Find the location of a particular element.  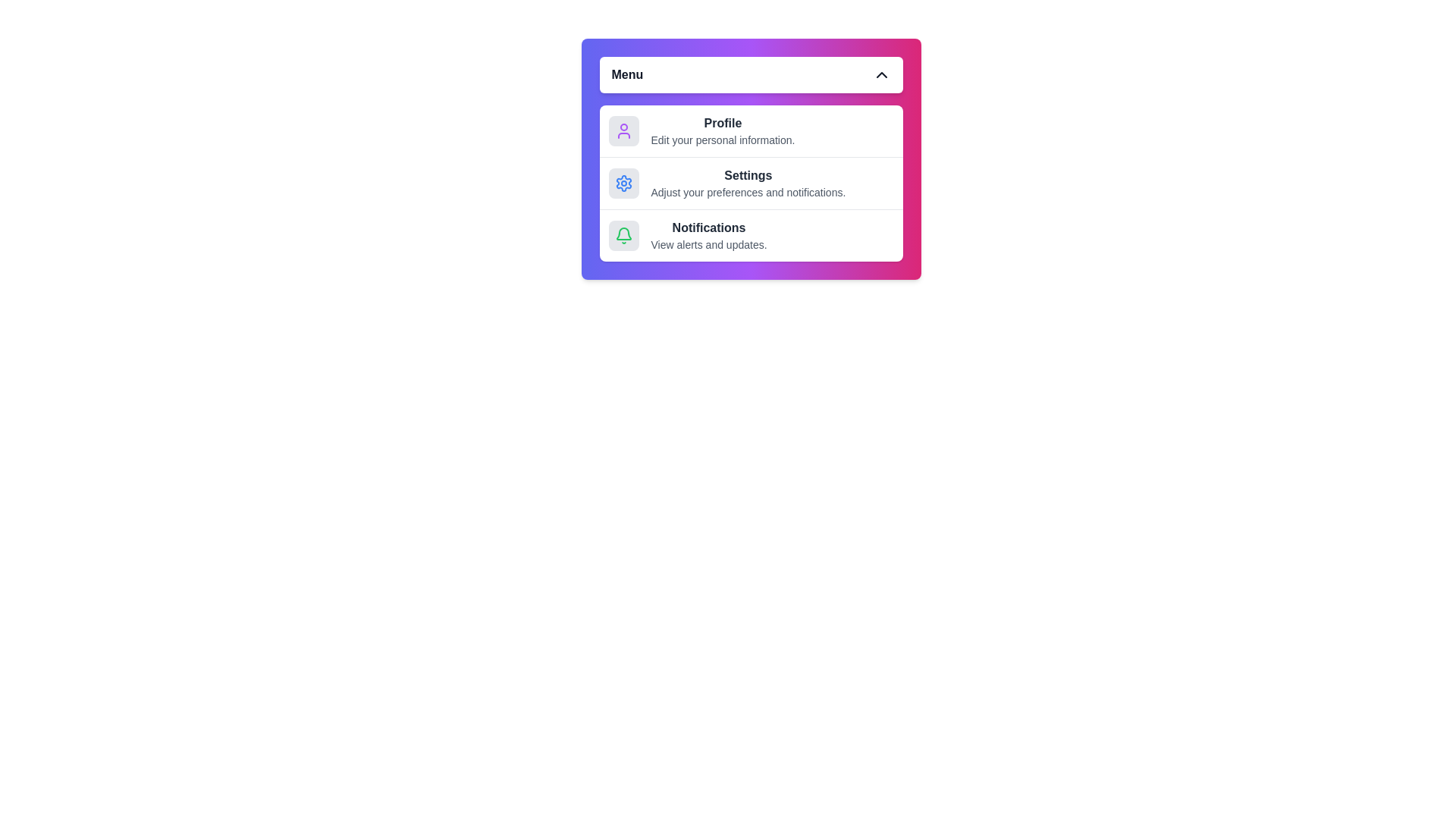

the menu item Profile is located at coordinates (751, 130).